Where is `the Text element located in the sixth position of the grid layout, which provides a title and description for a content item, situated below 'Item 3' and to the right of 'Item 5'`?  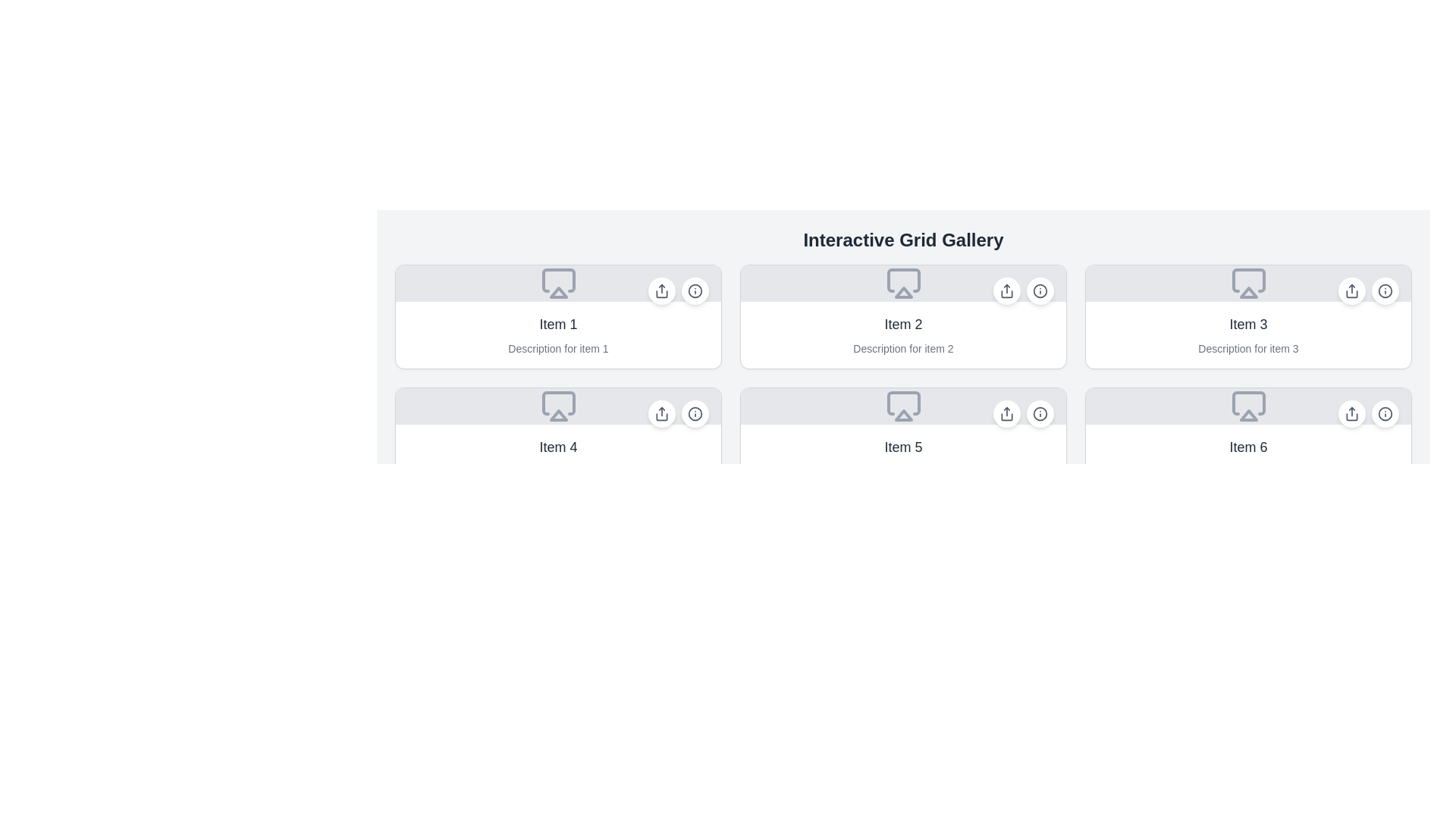
the Text element located in the sixth position of the grid layout, which provides a title and description for a content item, situated below 'Item 3' and to the right of 'Item 5' is located at coordinates (1248, 457).